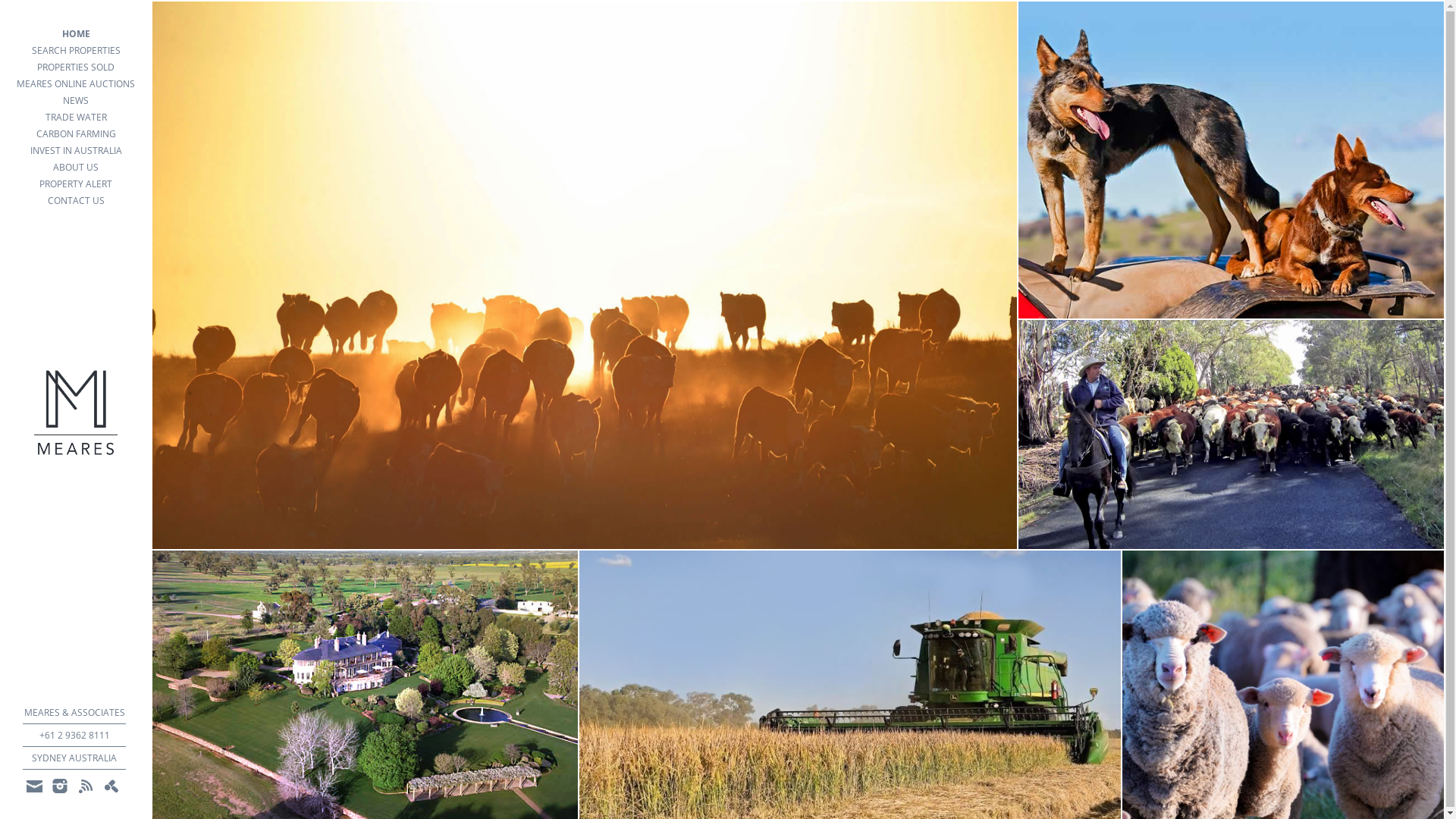 This screenshot has height=819, width=1456. Describe the element at coordinates (75, 49) in the screenshot. I see `'SEARCH PROPERTIES'` at that location.